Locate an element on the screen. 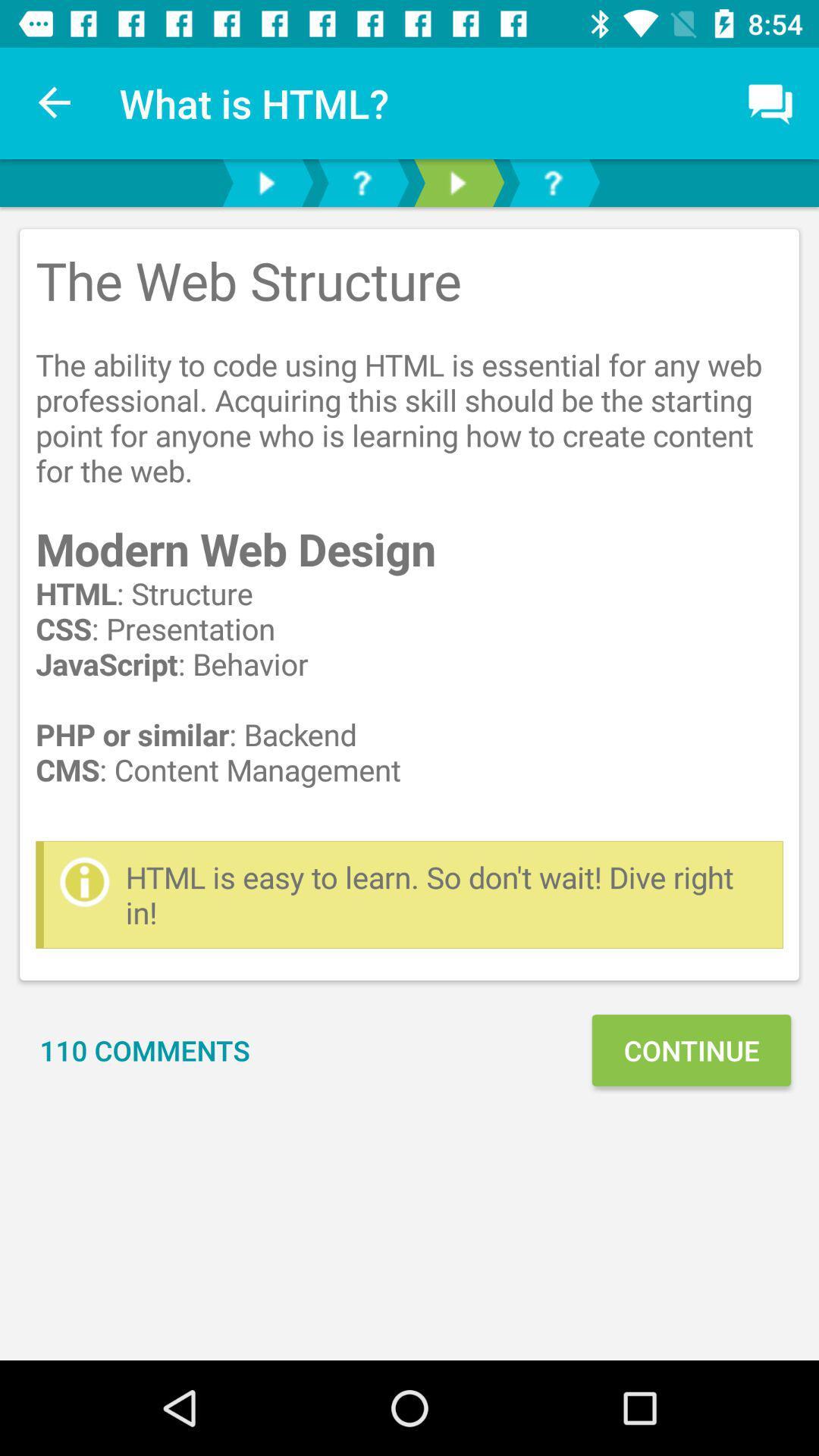 This screenshot has height=1456, width=819. the help icon is located at coordinates (362, 182).